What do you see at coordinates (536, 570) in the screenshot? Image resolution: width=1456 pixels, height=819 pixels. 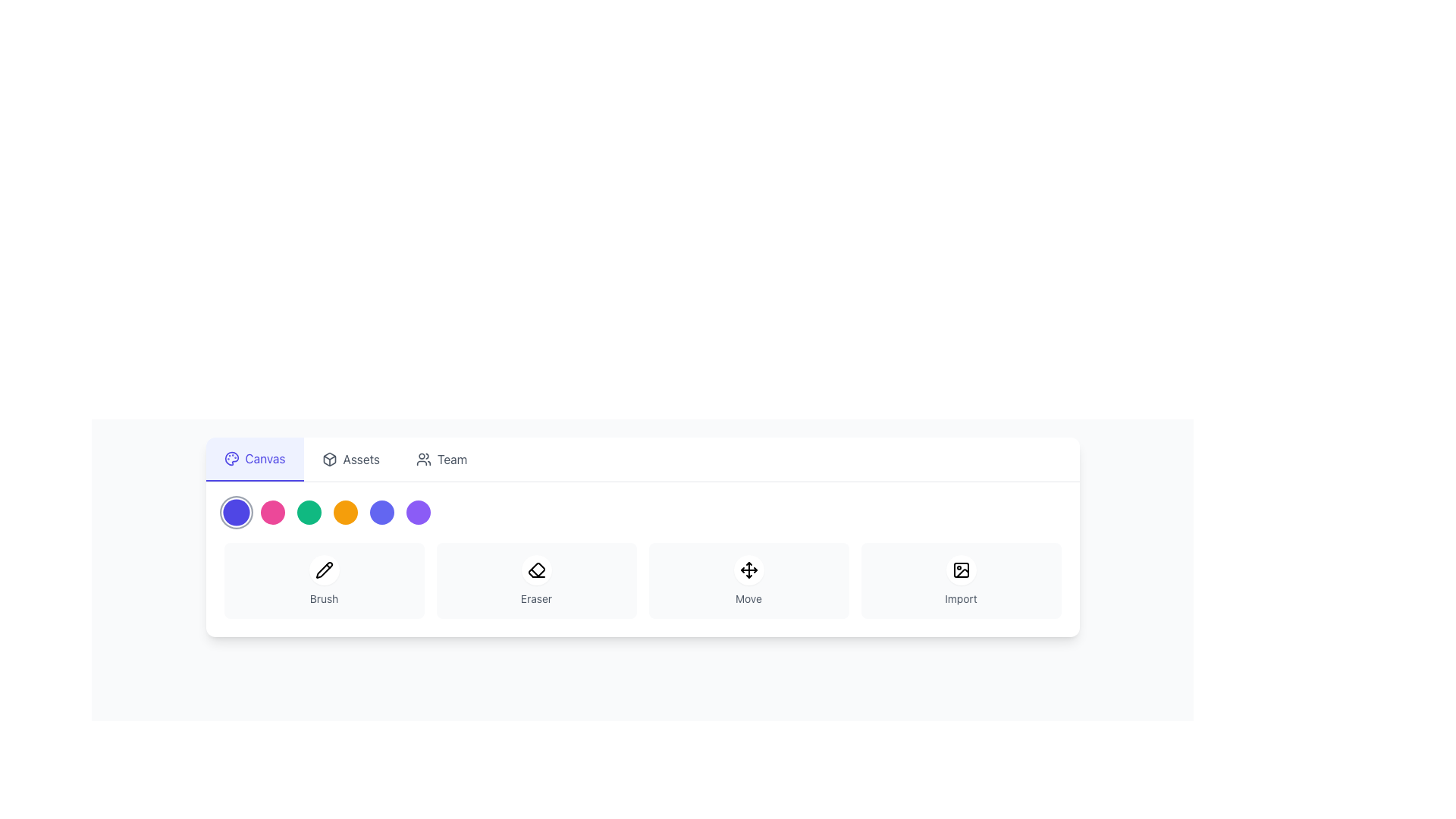 I see `the eraser button located in the middle of the toolbar grid` at bounding box center [536, 570].